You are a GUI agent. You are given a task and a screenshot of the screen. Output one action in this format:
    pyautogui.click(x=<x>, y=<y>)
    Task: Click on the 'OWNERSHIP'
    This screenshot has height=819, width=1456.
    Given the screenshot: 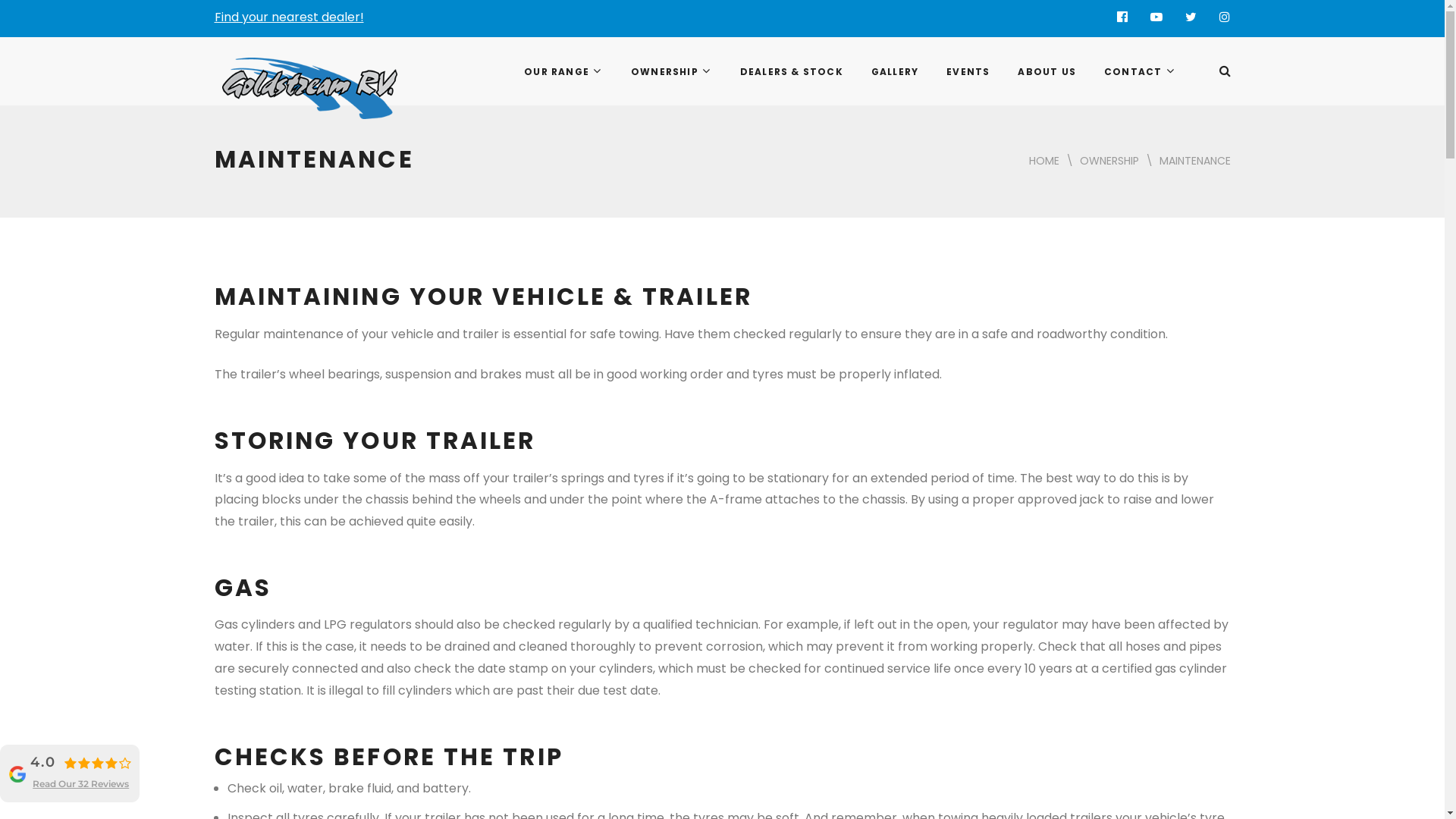 What is the action you would take?
    pyautogui.click(x=1079, y=161)
    